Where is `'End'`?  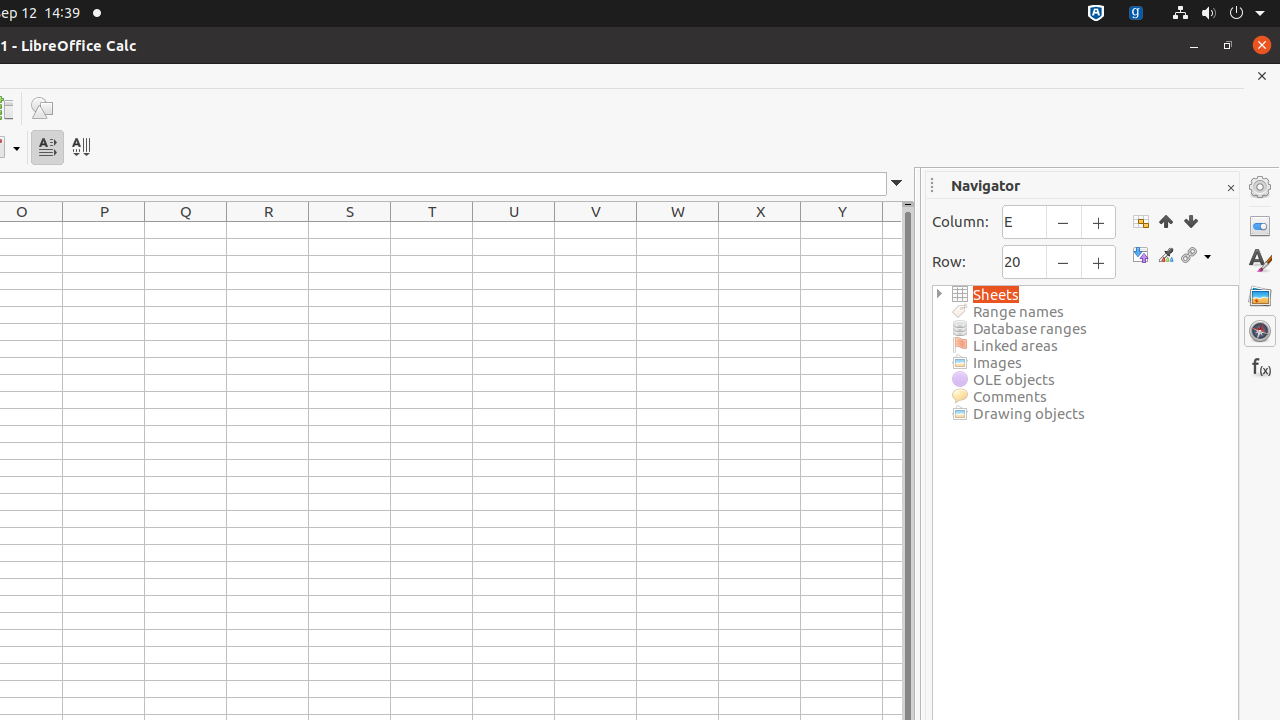
'End' is located at coordinates (1190, 221).